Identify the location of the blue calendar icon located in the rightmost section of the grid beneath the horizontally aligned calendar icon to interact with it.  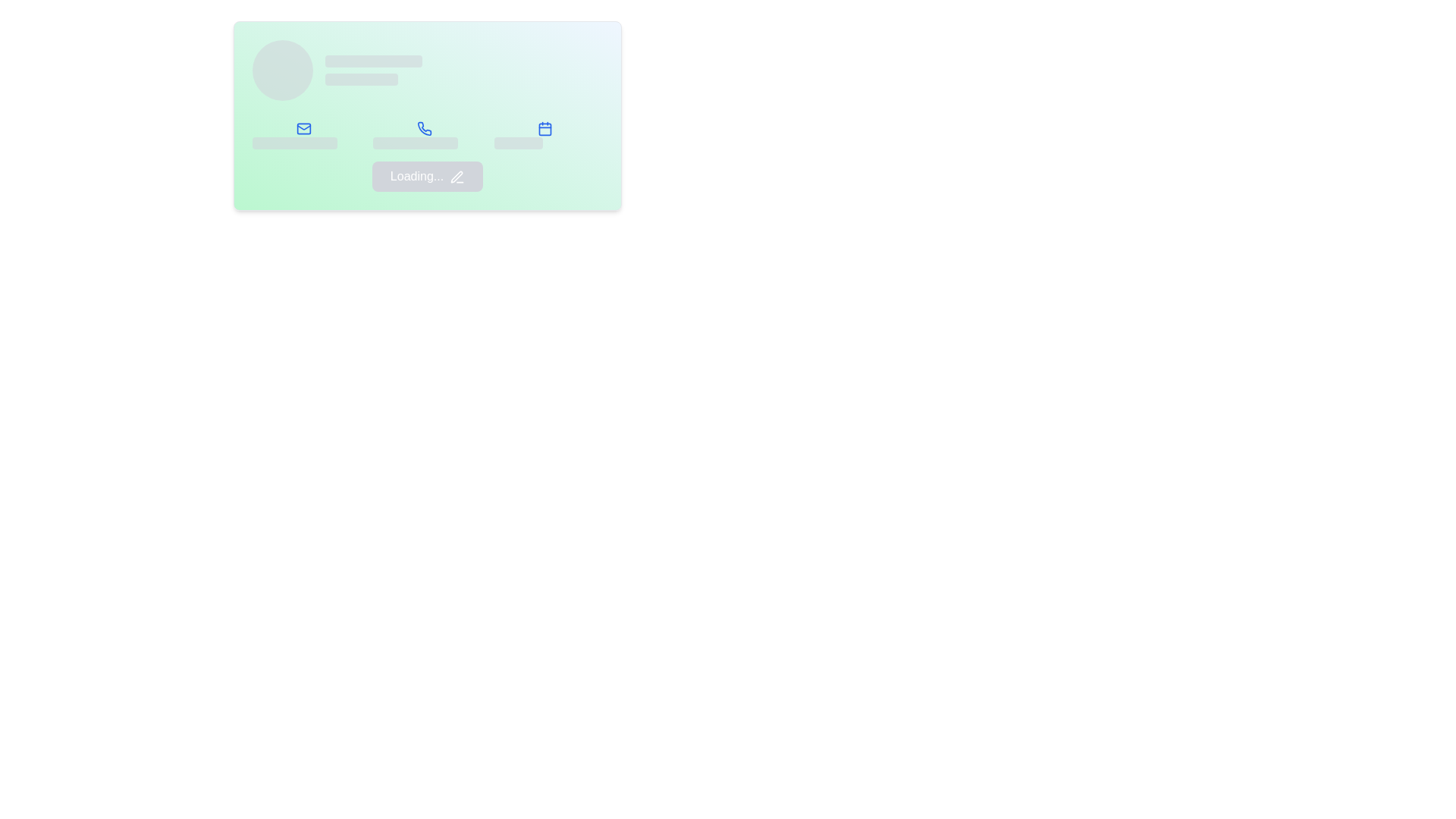
(548, 133).